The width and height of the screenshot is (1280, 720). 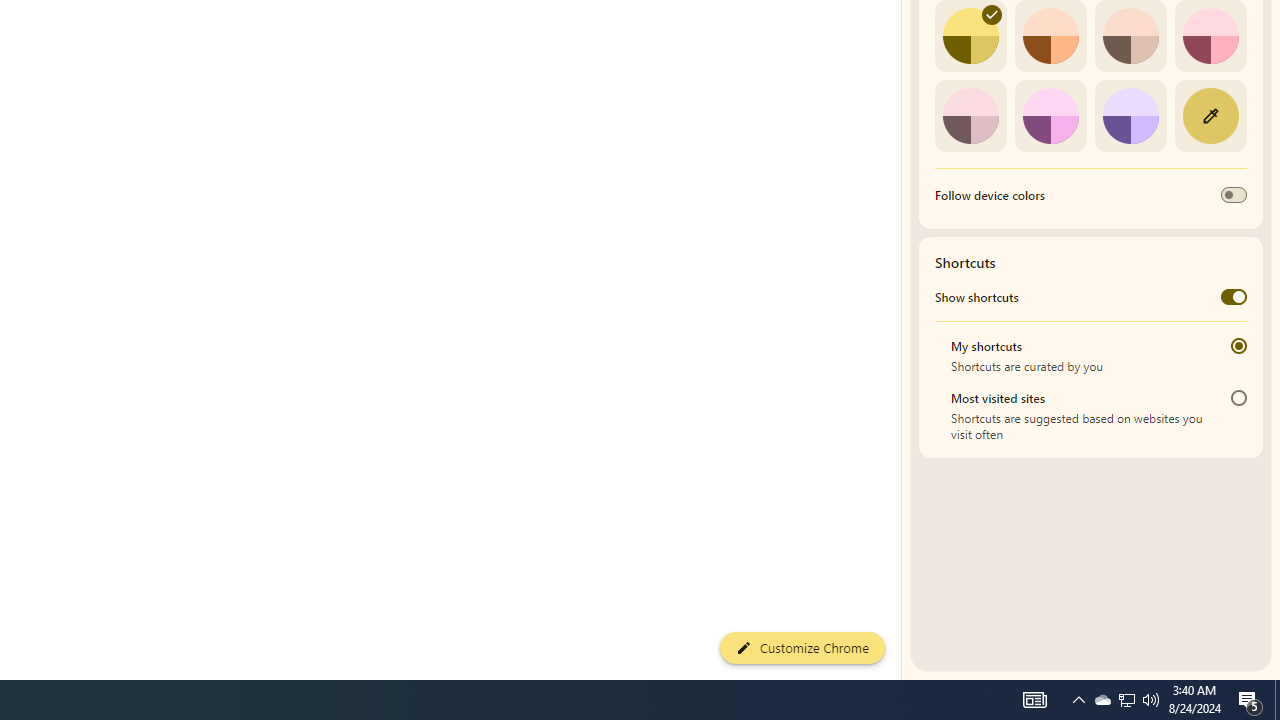 What do you see at coordinates (1209, 115) in the screenshot?
I see `'Custom color'` at bounding box center [1209, 115].